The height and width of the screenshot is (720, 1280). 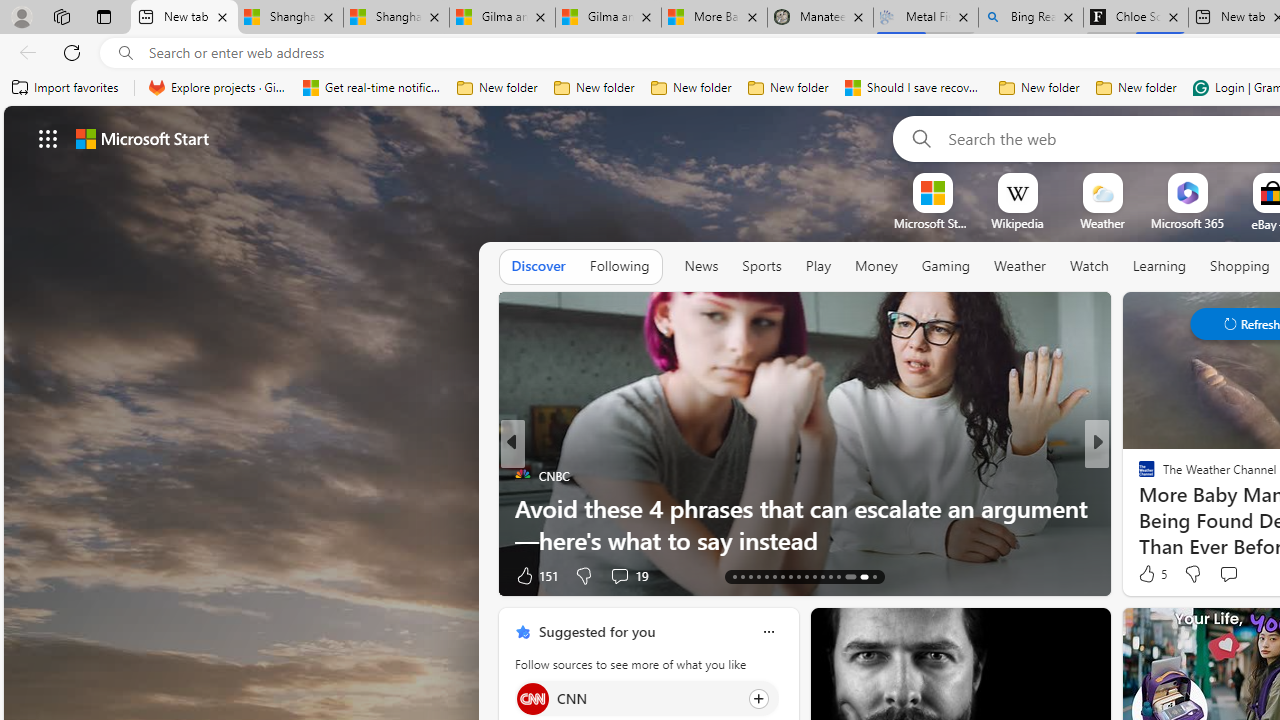 What do you see at coordinates (846, 577) in the screenshot?
I see `'AutomationID: tab-40'` at bounding box center [846, 577].